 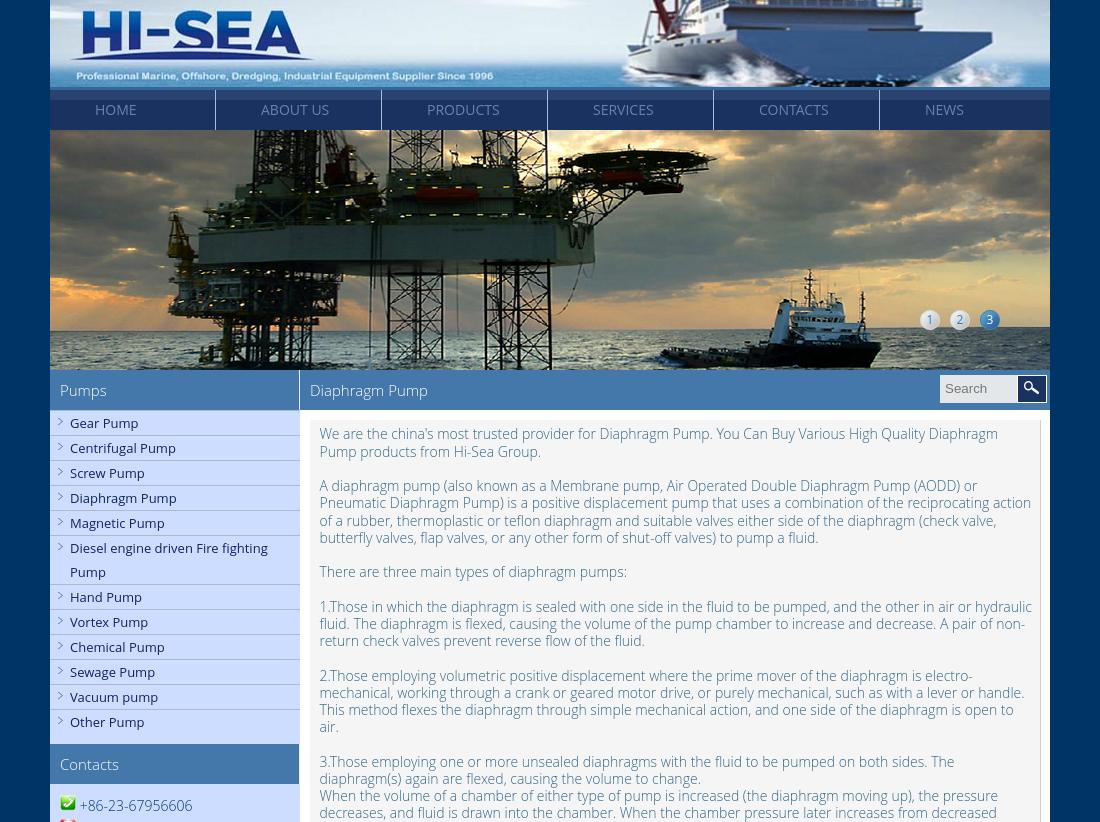 What do you see at coordinates (117, 646) in the screenshot?
I see `'Chemical Pump'` at bounding box center [117, 646].